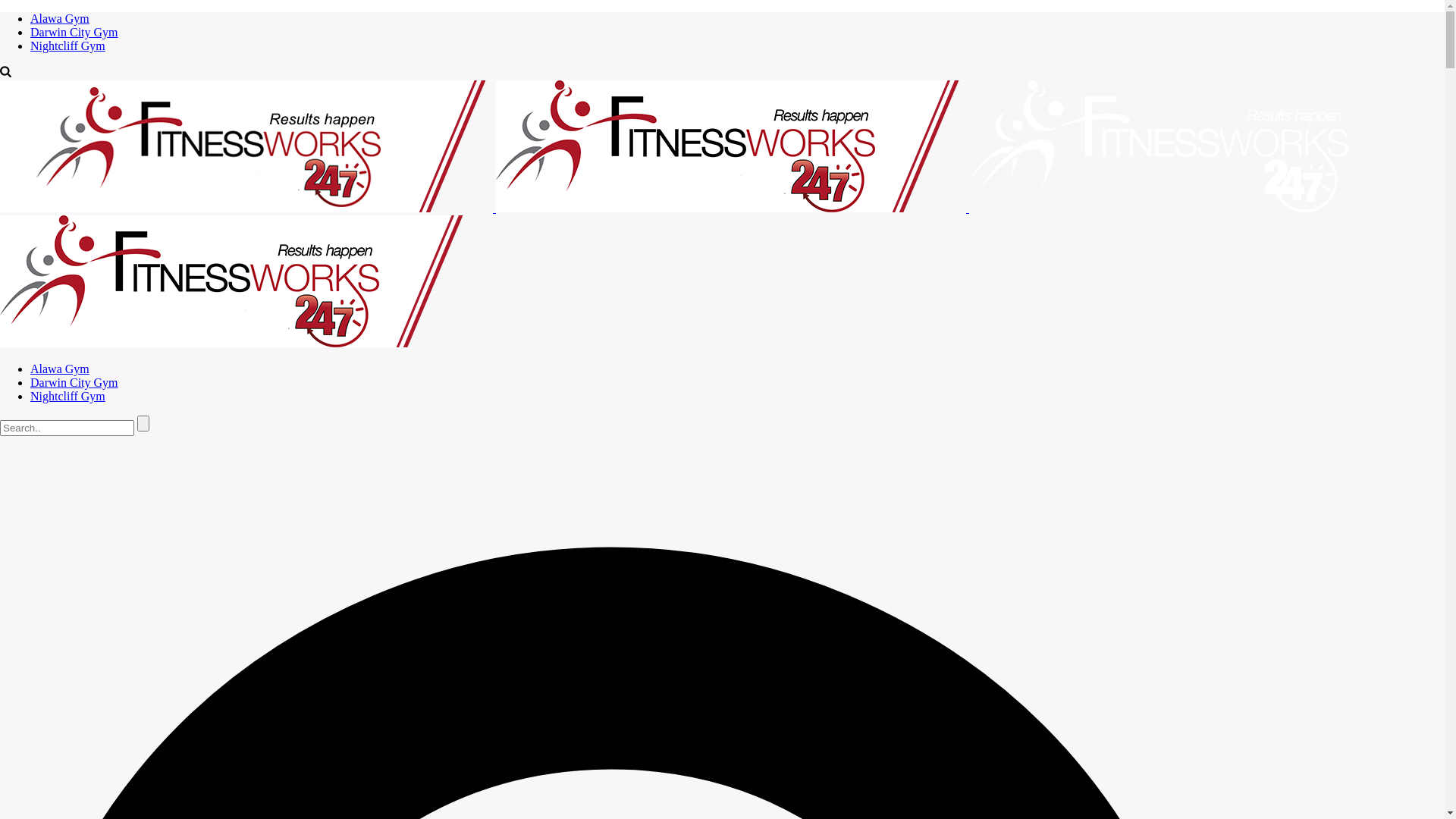 This screenshot has height=819, width=1456. I want to click on 'Darwin City Gym', so click(73, 381).